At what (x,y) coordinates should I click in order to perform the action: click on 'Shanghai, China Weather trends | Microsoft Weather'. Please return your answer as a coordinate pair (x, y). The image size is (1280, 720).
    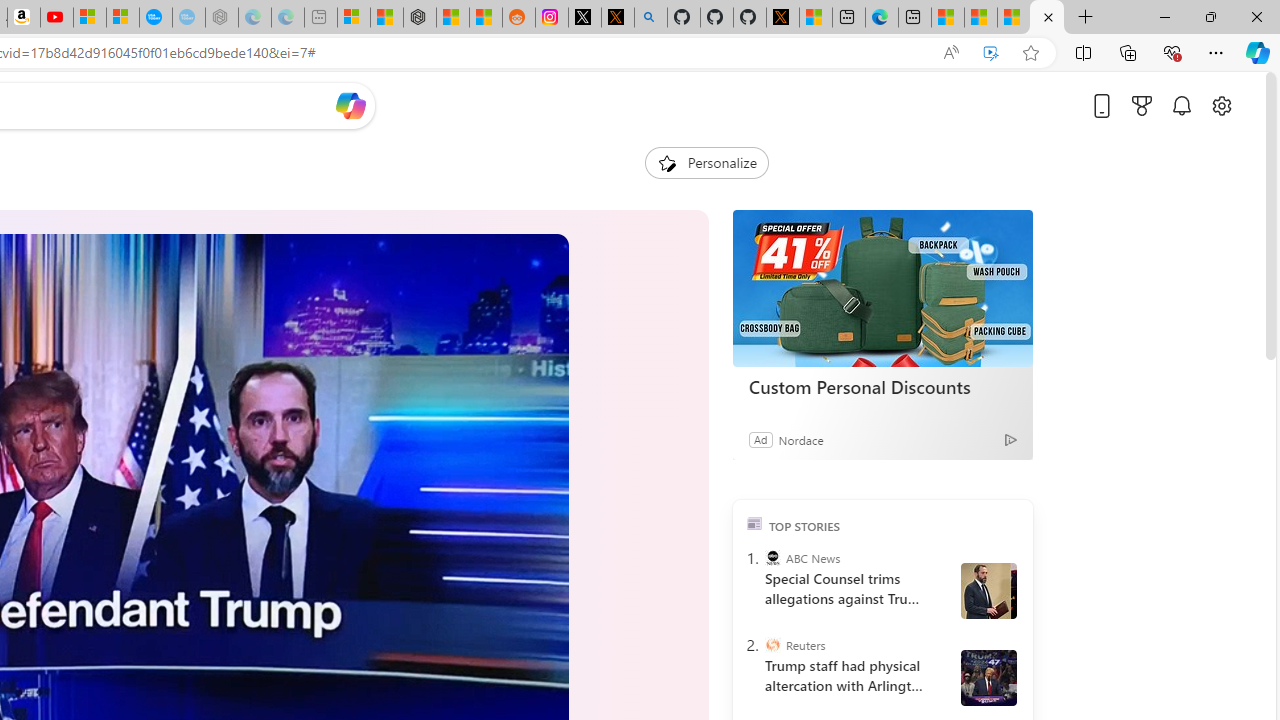
    Looking at the image, I should click on (485, 17).